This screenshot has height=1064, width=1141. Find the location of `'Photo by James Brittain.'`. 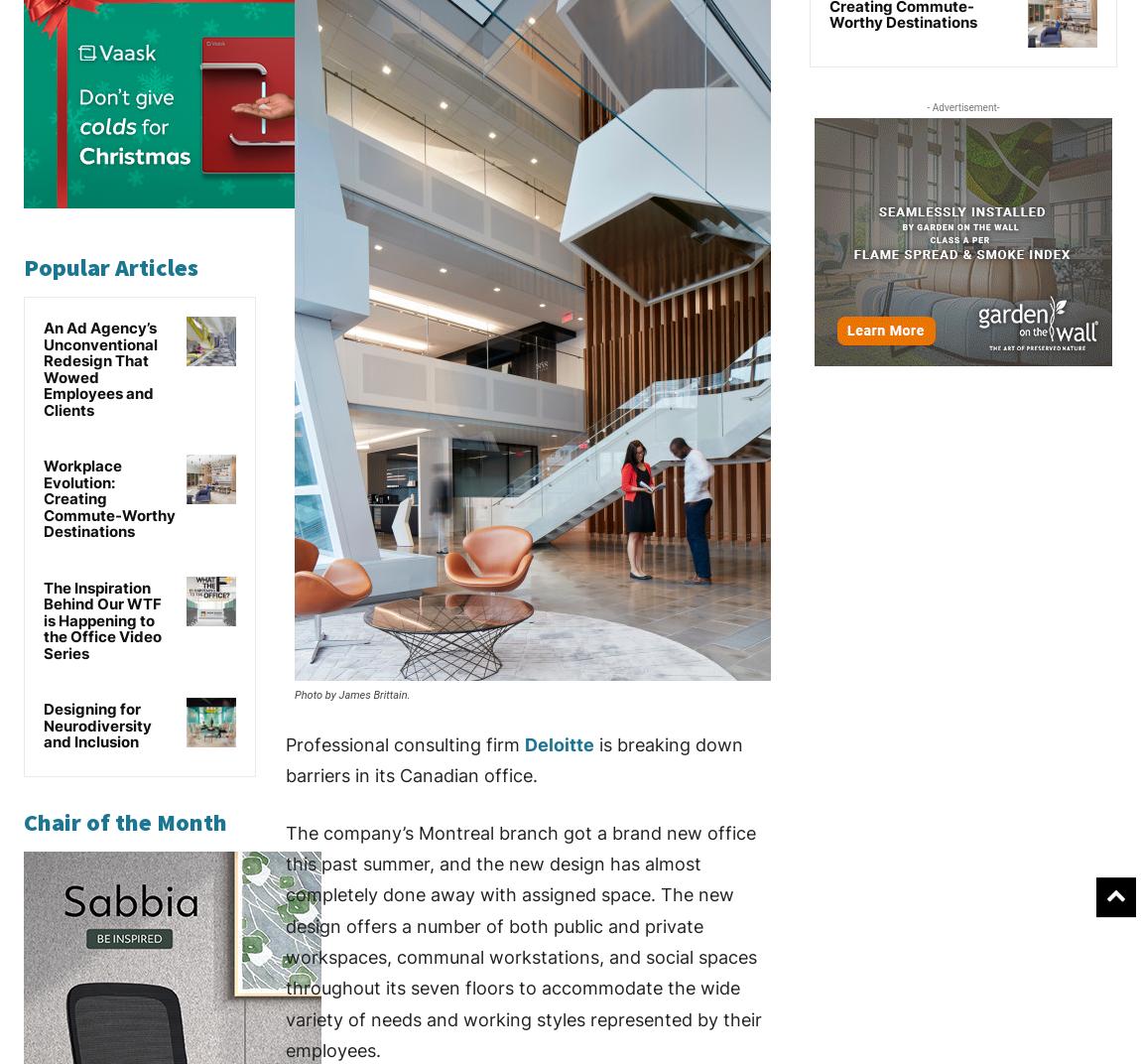

'Photo by James Brittain.' is located at coordinates (351, 694).